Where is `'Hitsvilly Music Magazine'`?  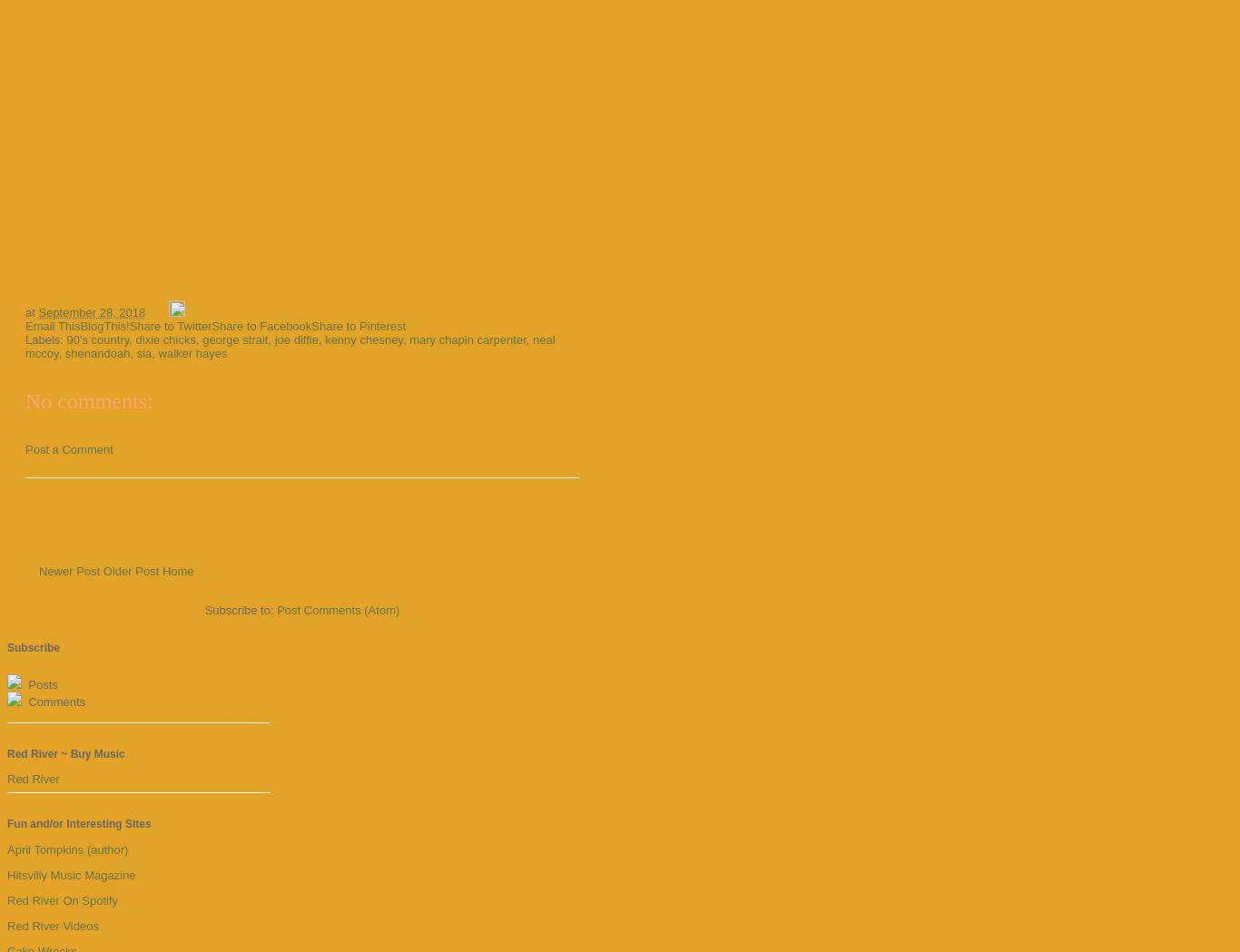
'Hitsvilly Music Magazine' is located at coordinates (71, 874).